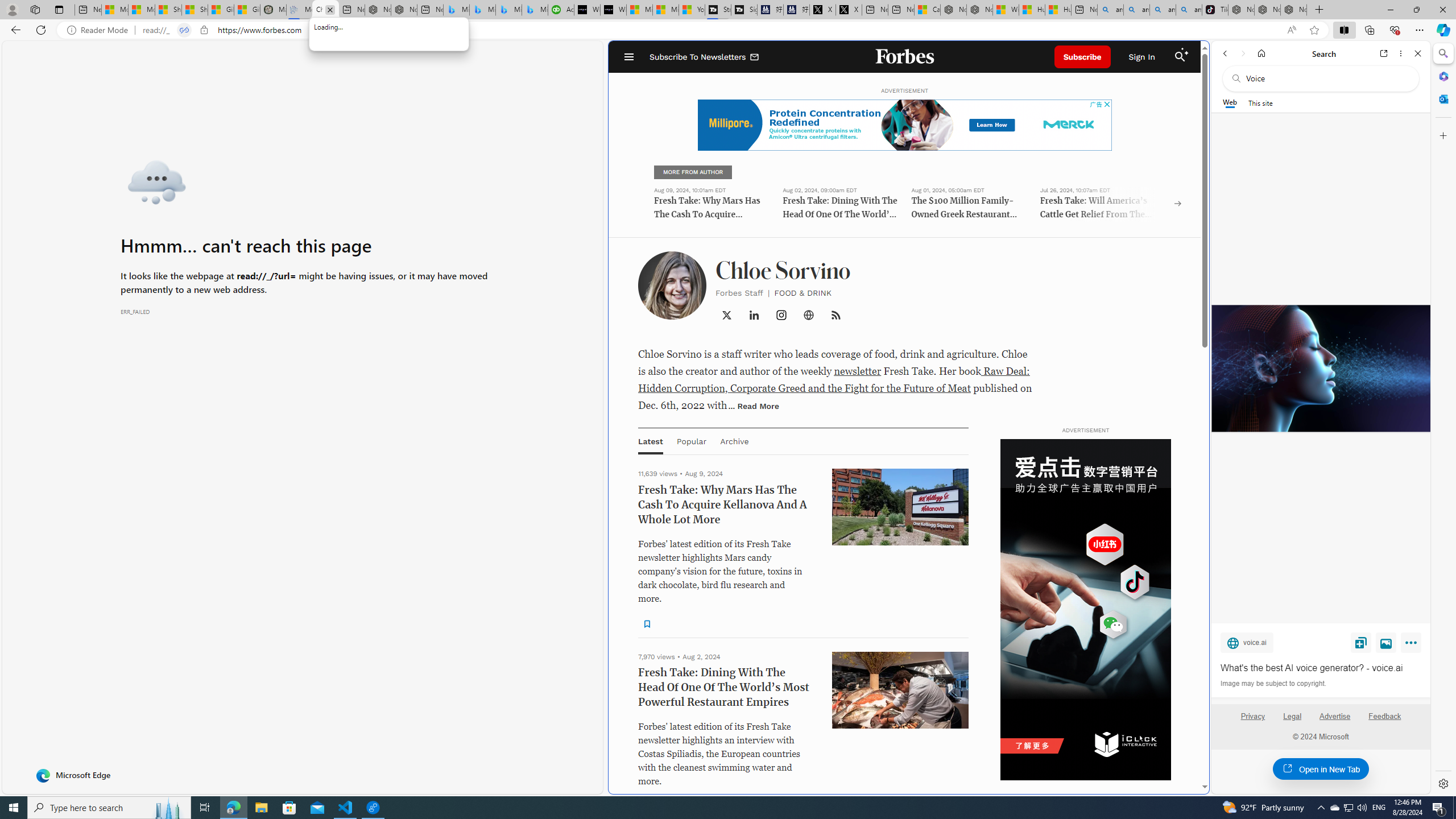 The width and height of the screenshot is (1456, 819). Describe the element at coordinates (1185, 51) in the screenshot. I see `'Class: sparkles_svg__fs-icon sparkles_svg__fs-icon--sparkles'` at that location.